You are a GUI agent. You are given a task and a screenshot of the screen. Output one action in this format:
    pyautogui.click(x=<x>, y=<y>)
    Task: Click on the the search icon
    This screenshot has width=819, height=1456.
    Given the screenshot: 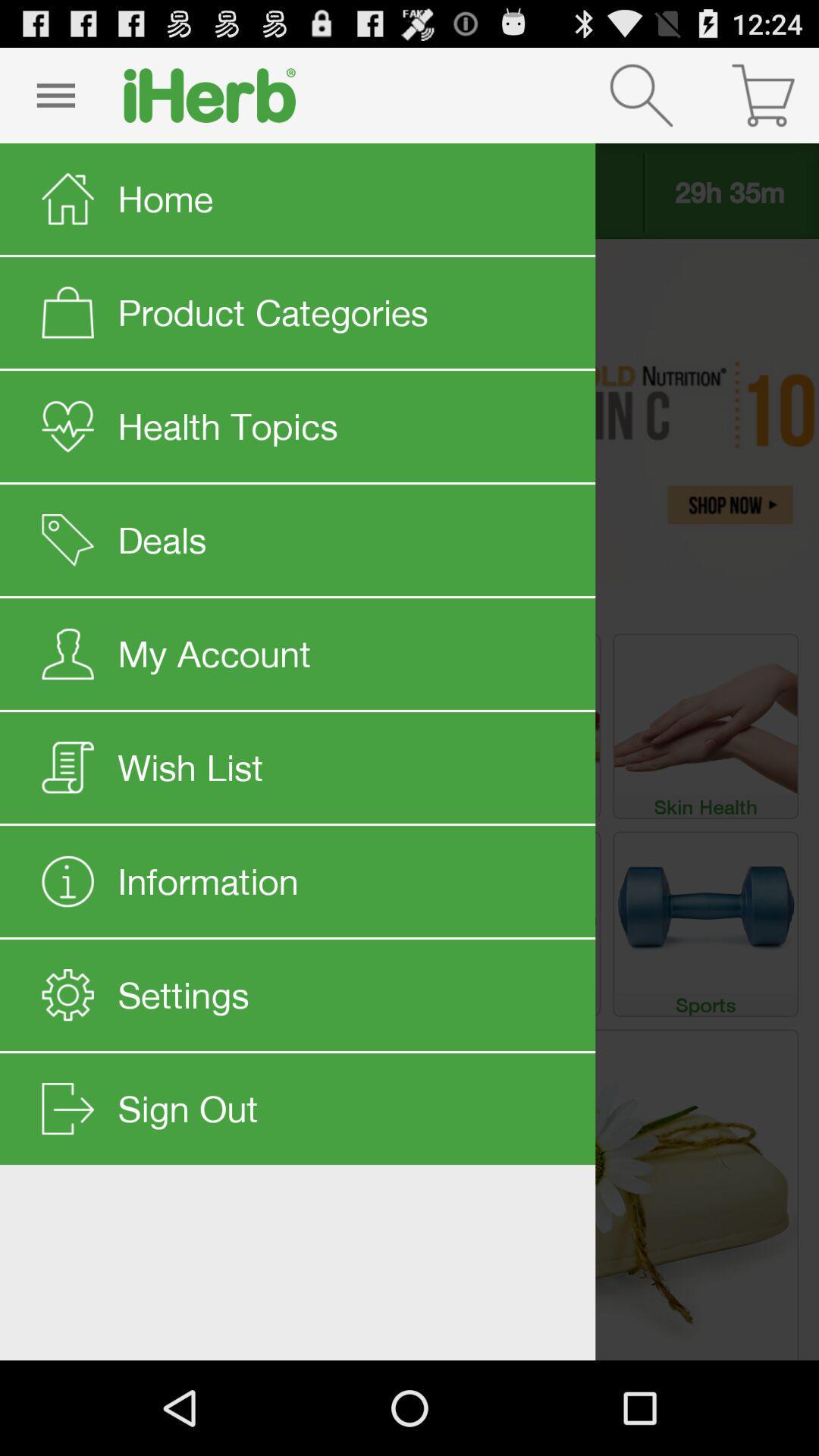 What is the action you would take?
    pyautogui.click(x=641, y=101)
    